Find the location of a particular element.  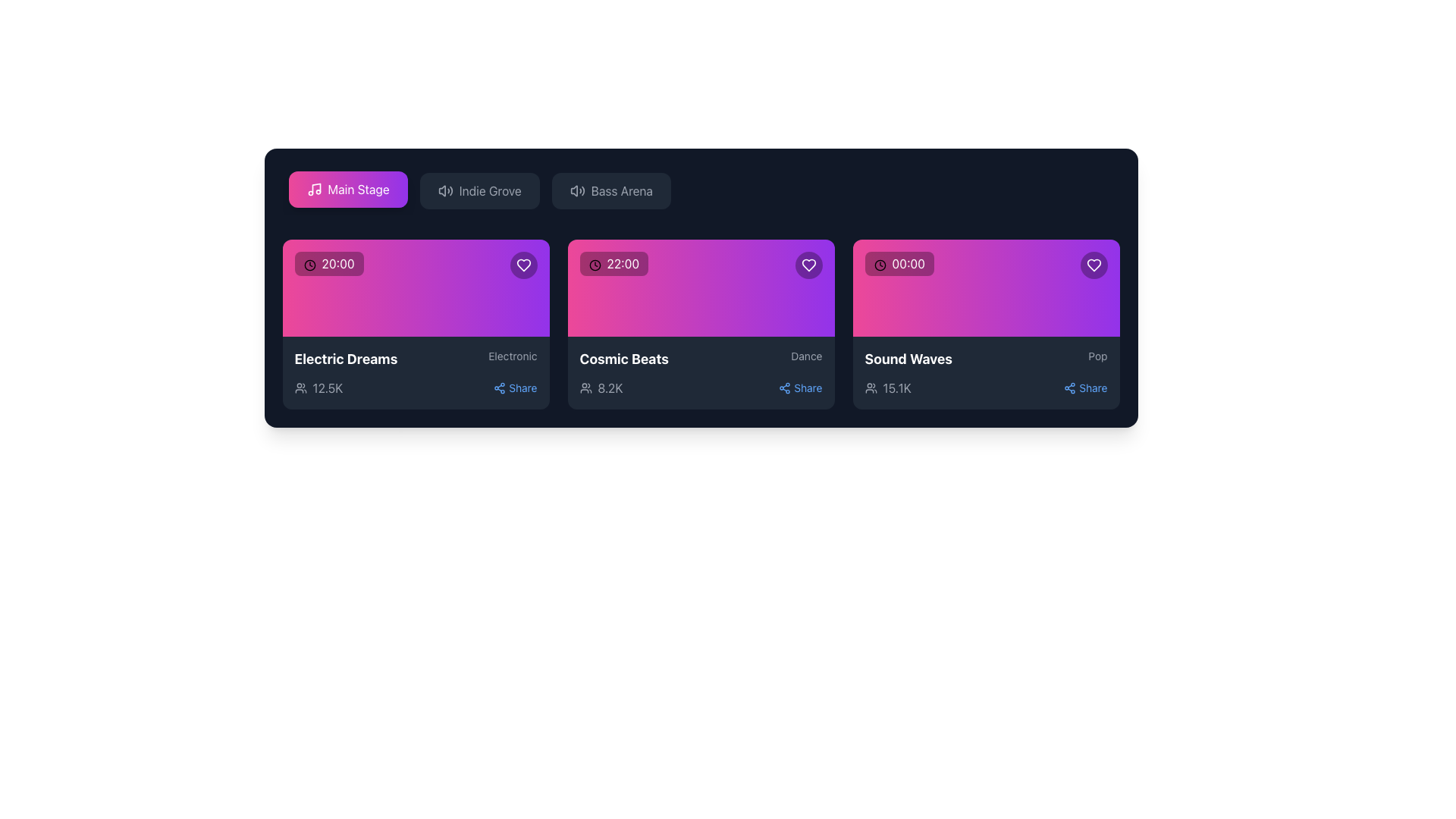

audience count value displayed as '8.2K' next to the icon of two human figures, located within the 'Cosmic Beats' card is located at coordinates (600, 388).